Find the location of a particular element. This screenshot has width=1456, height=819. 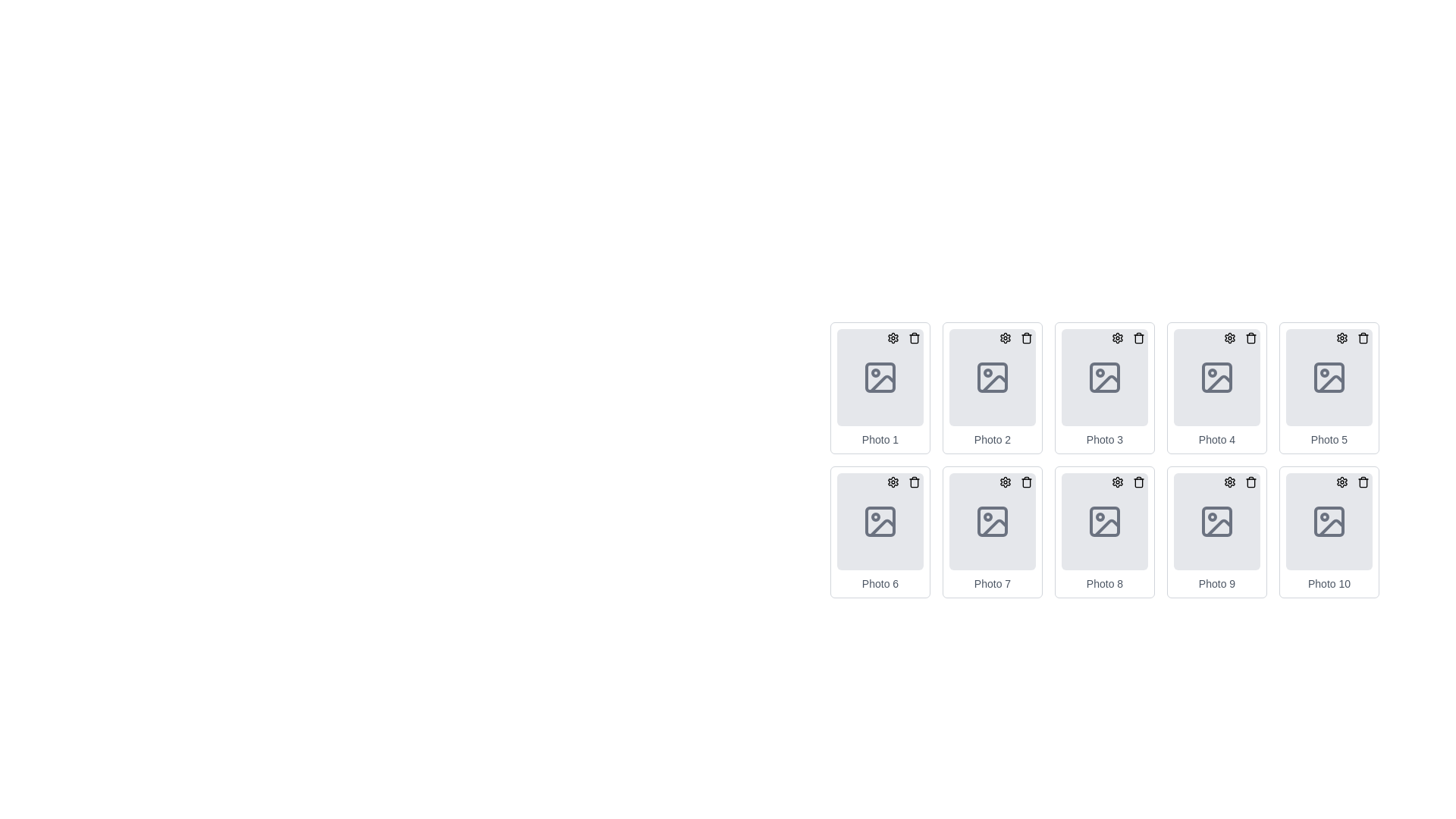

the settings button located at the top-right corner of the card titled 'Photo 6' is located at coordinates (893, 482).